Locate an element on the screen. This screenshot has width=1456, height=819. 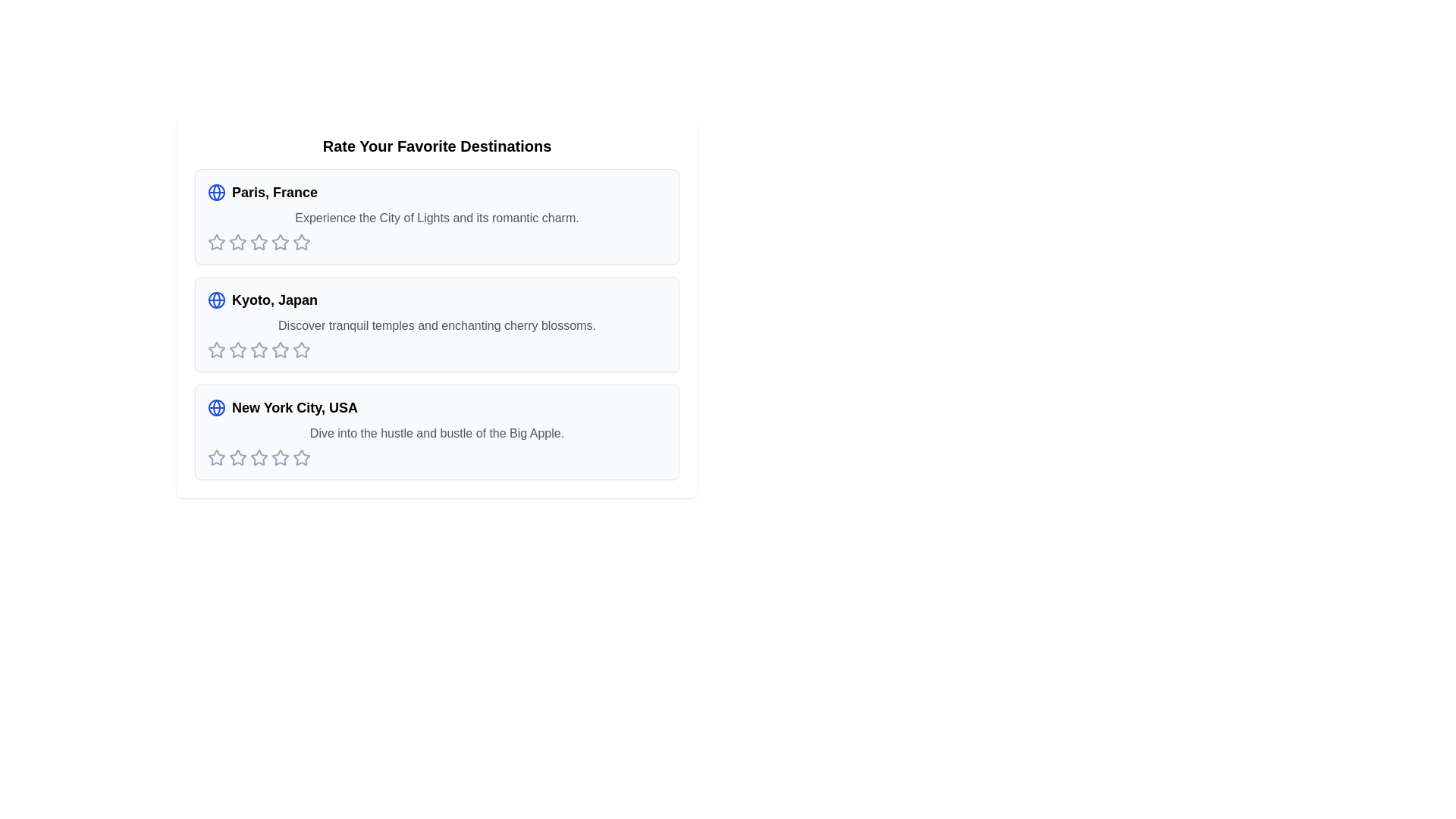
the small, circular blue globe icon located to the left of the text 'New York City, USA' is located at coordinates (216, 406).